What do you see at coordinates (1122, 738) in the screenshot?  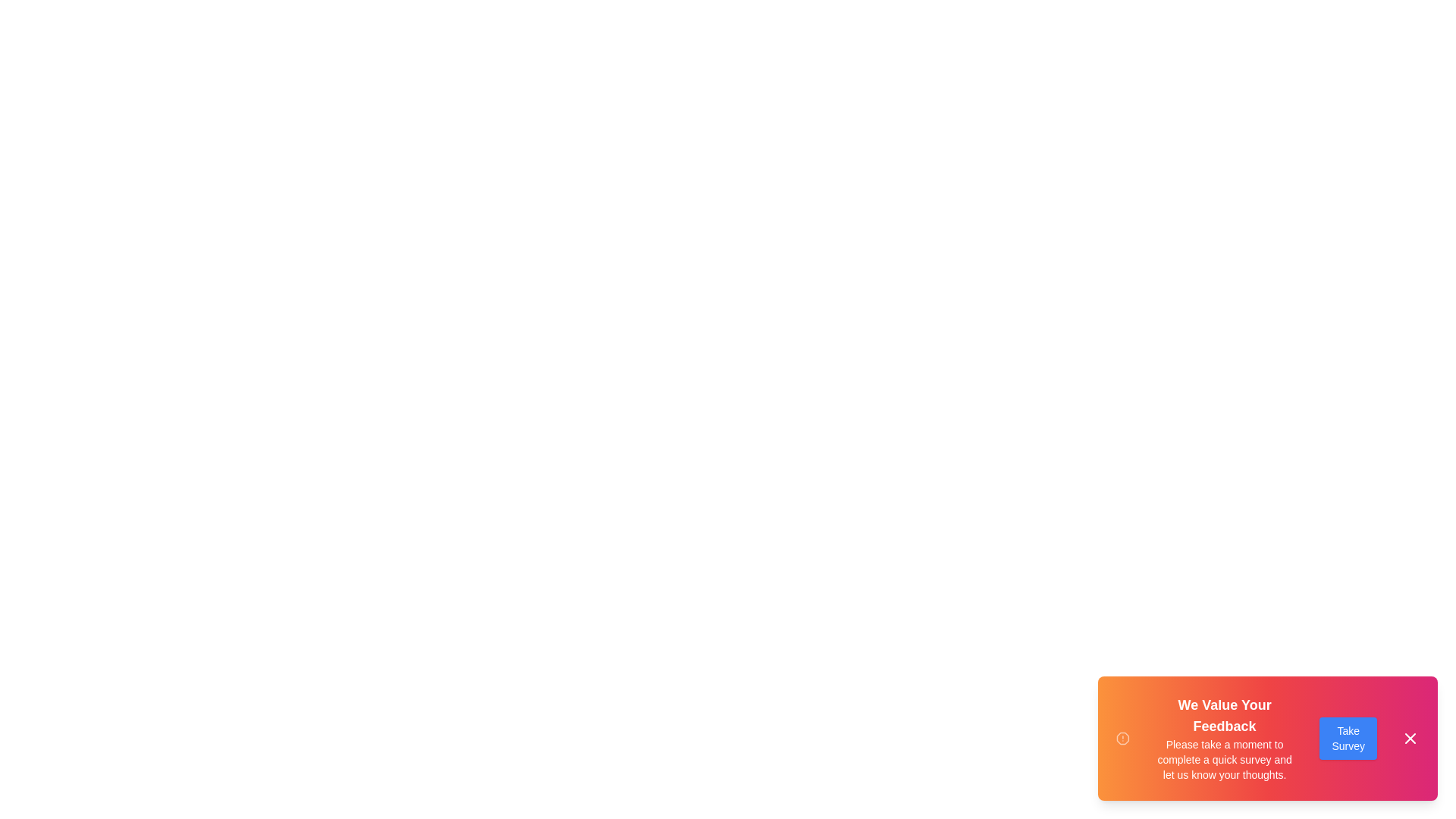 I see `the 'AlertOctagon' icon to inspect its functionality` at bounding box center [1122, 738].